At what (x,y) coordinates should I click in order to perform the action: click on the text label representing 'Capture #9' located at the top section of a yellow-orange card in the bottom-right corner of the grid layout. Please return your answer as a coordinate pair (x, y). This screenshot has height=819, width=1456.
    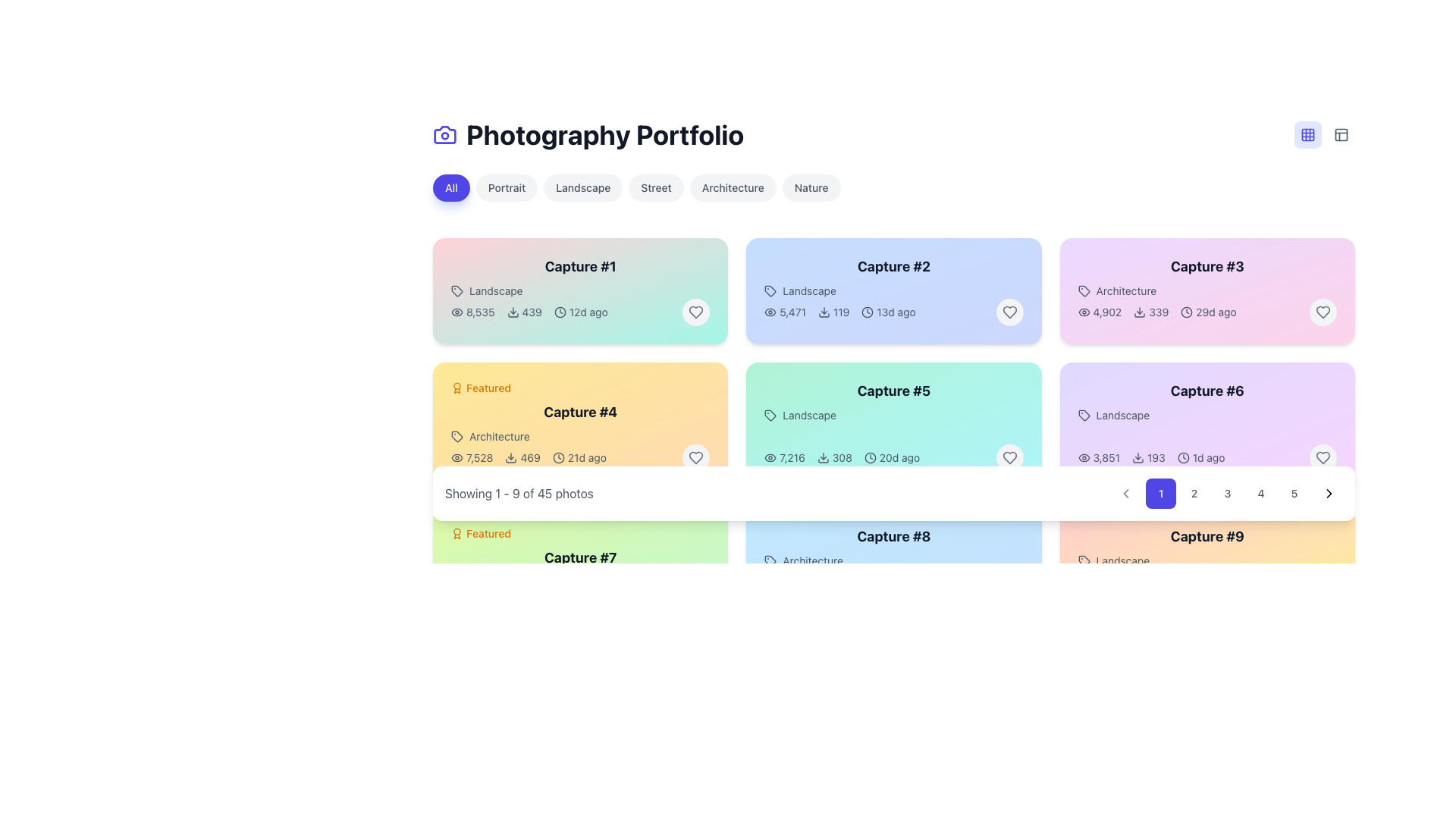
    Looking at the image, I should click on (1207, 536).